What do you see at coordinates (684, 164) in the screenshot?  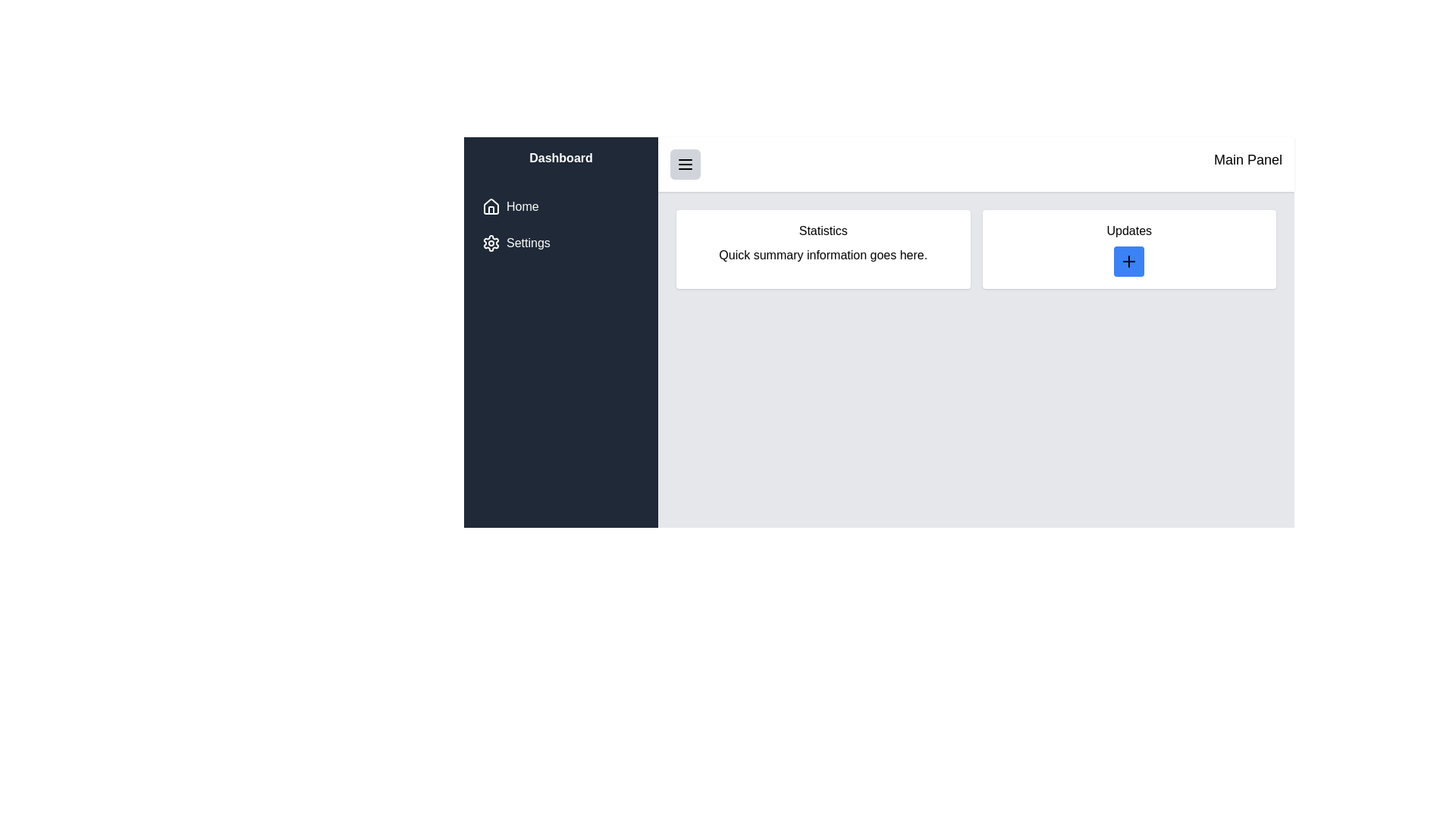 I see `the menu icon button, which is represented by three parallel black lines stacked vertically` at bounding box center [684, 164].